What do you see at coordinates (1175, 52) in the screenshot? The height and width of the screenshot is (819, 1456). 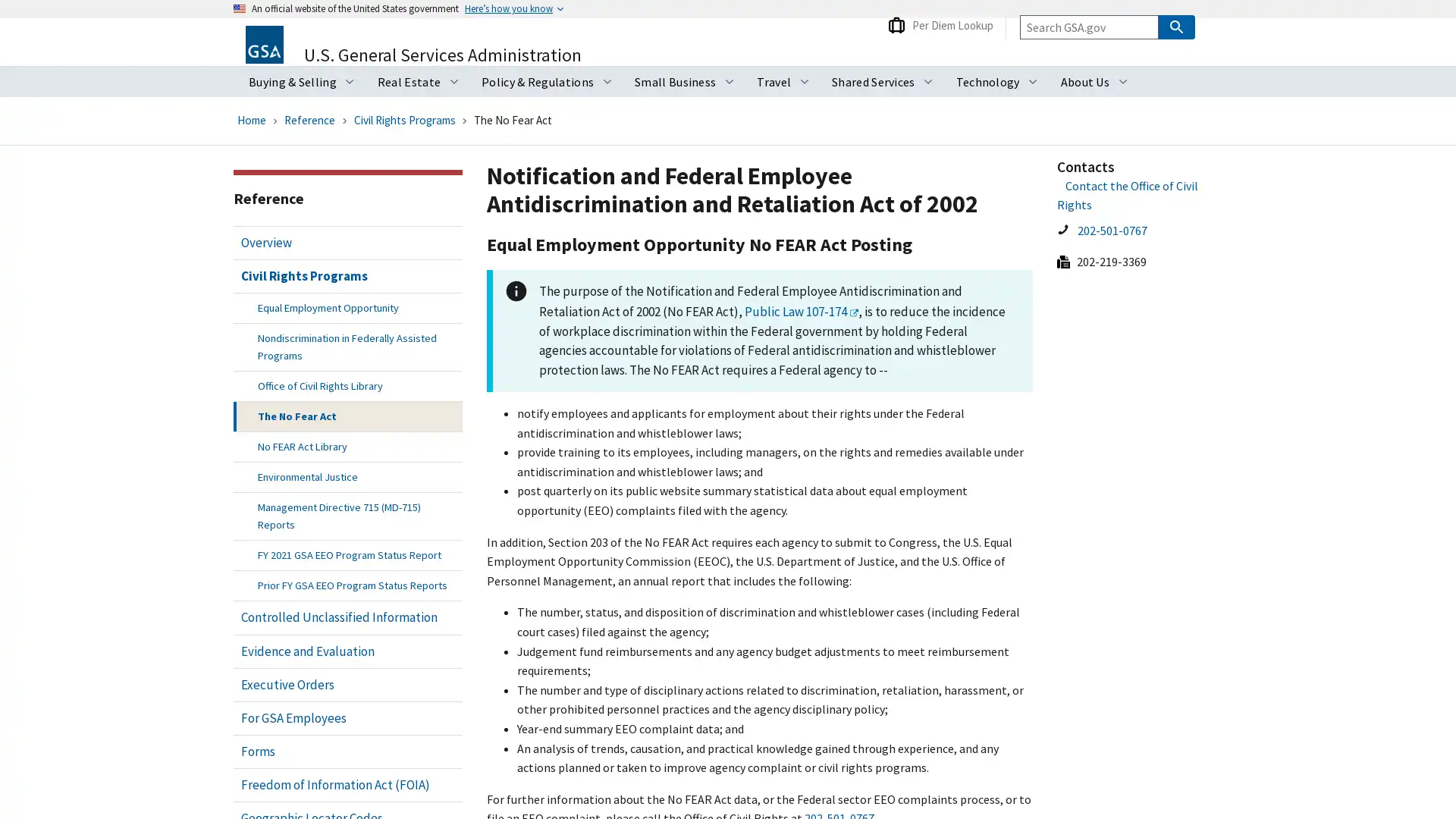 I see `Search` at bounding box center [1175, 52].